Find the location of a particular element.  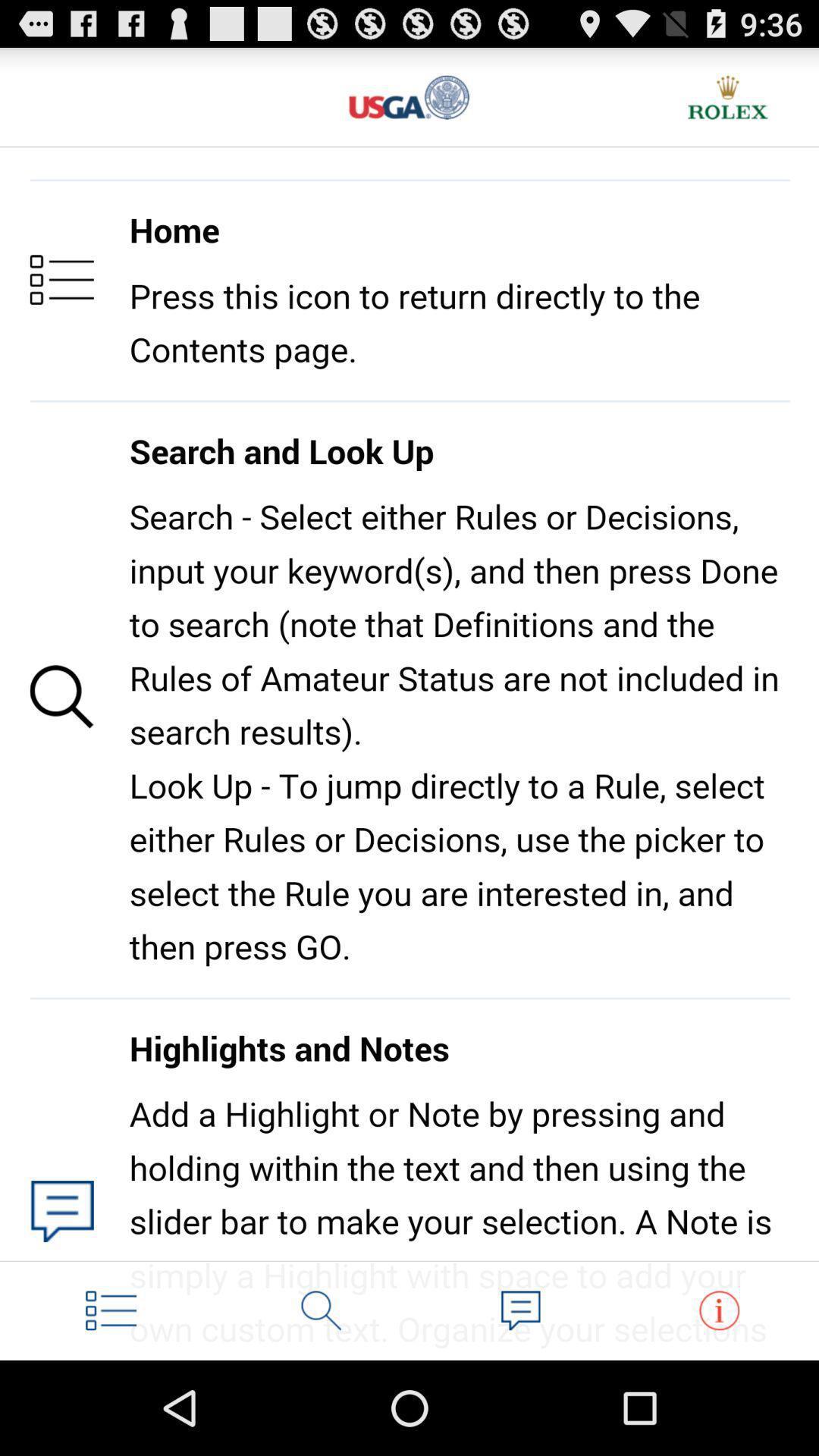

the list icon is located at coordinates (110, 1401).